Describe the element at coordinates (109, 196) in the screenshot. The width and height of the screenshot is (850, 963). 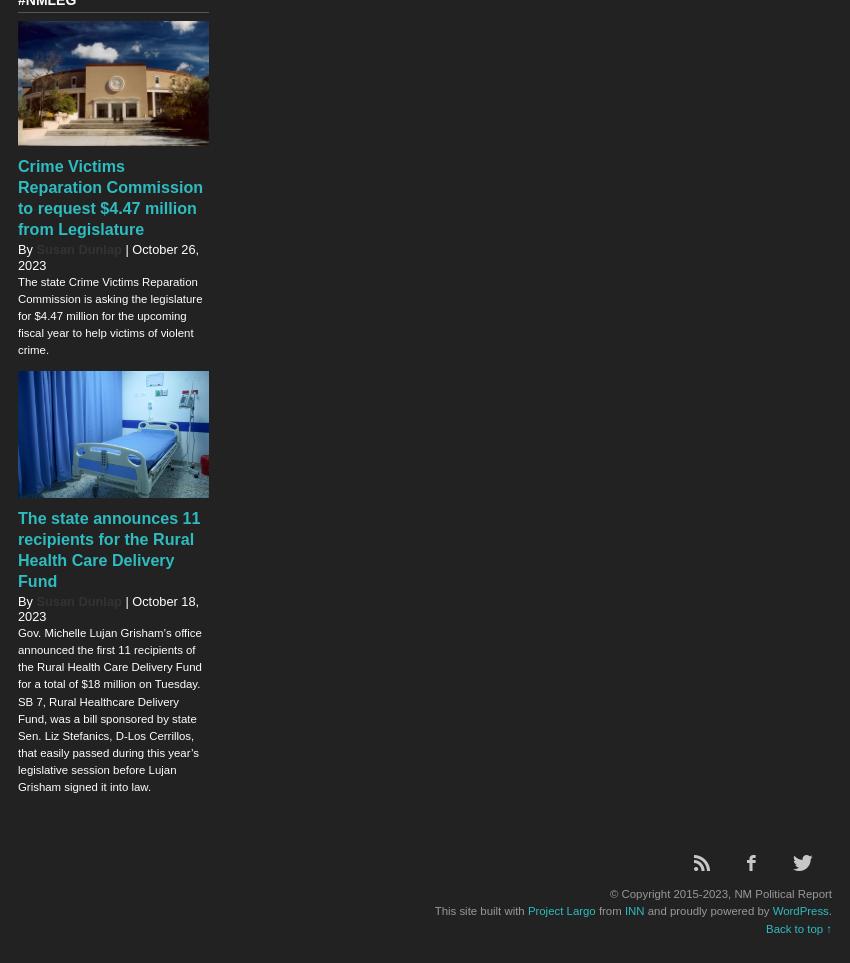
I see `'Crime Victims Reparation Commission to request $4.47 million from Legislature'` at that location.